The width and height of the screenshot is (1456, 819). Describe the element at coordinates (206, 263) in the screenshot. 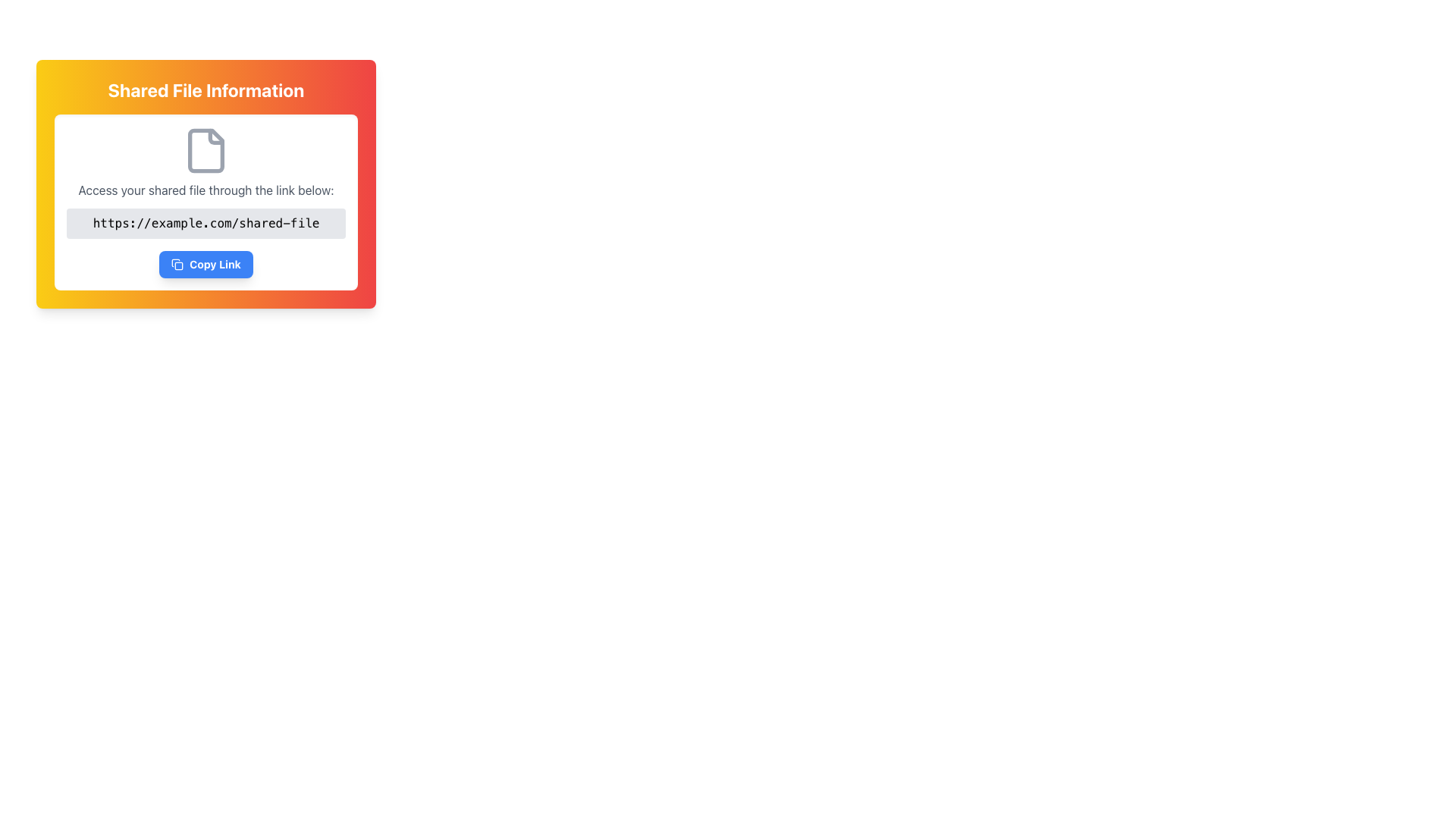

I see `the 'Copy Link' button, which is blue with rounded corners and features white text and a document icon` at that location.